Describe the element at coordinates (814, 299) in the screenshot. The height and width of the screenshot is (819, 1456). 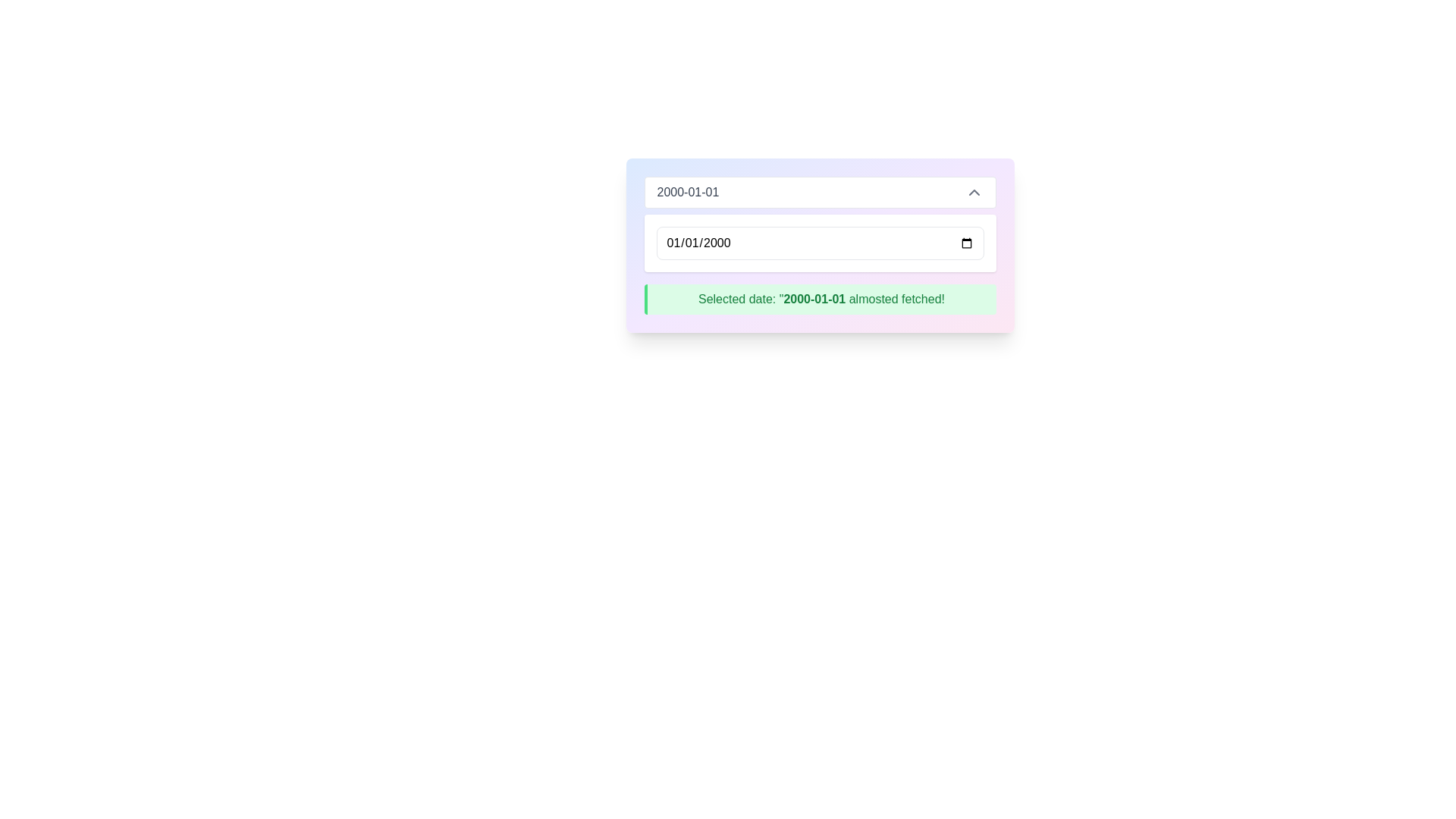
I see `the text label that displays the currently selected date, which is part of the text 'Selected date: "2000-01-01 almosted fetched!"'` at that location.